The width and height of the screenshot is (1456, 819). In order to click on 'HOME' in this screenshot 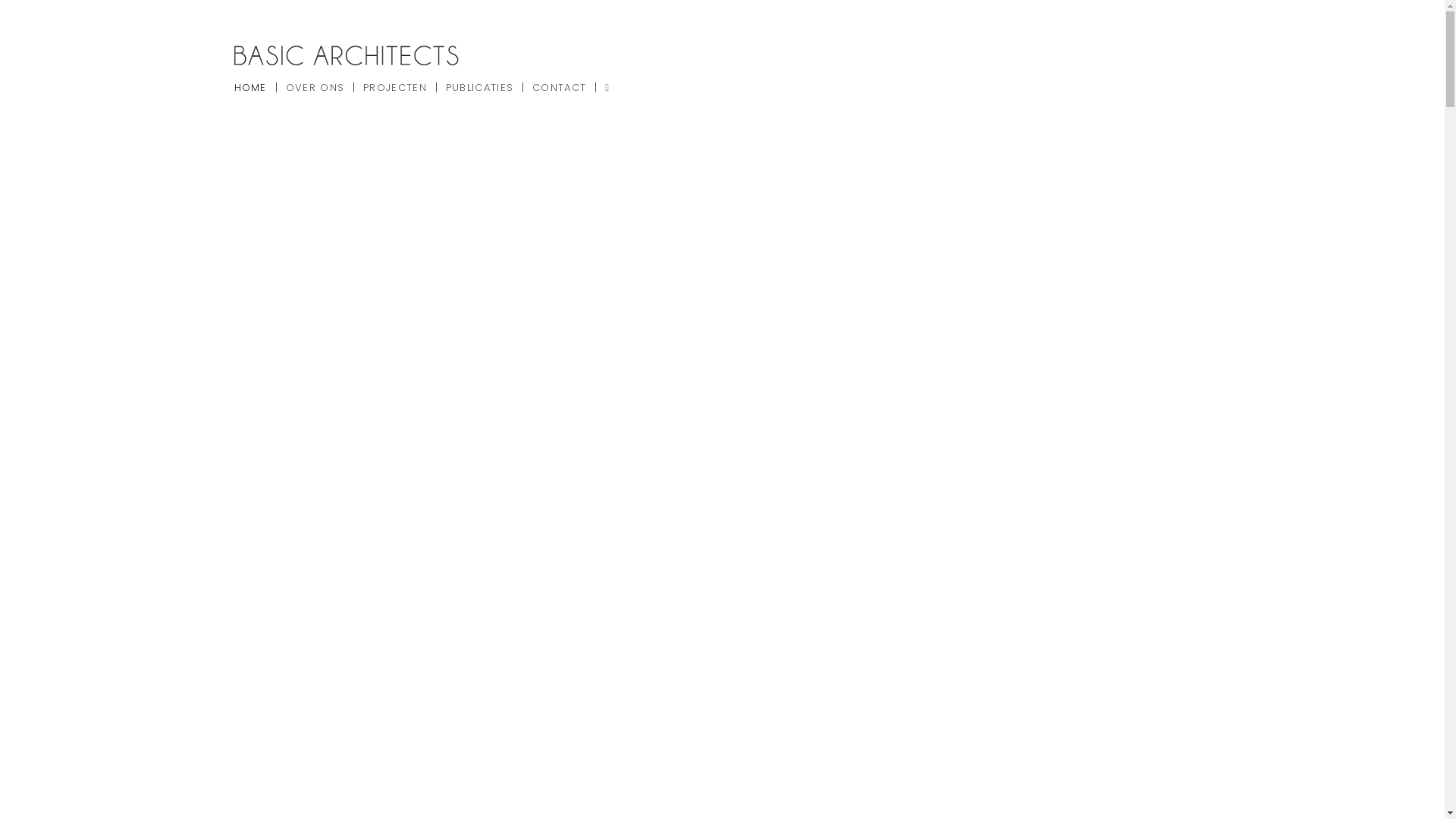, I will do `click(254, 87)`.